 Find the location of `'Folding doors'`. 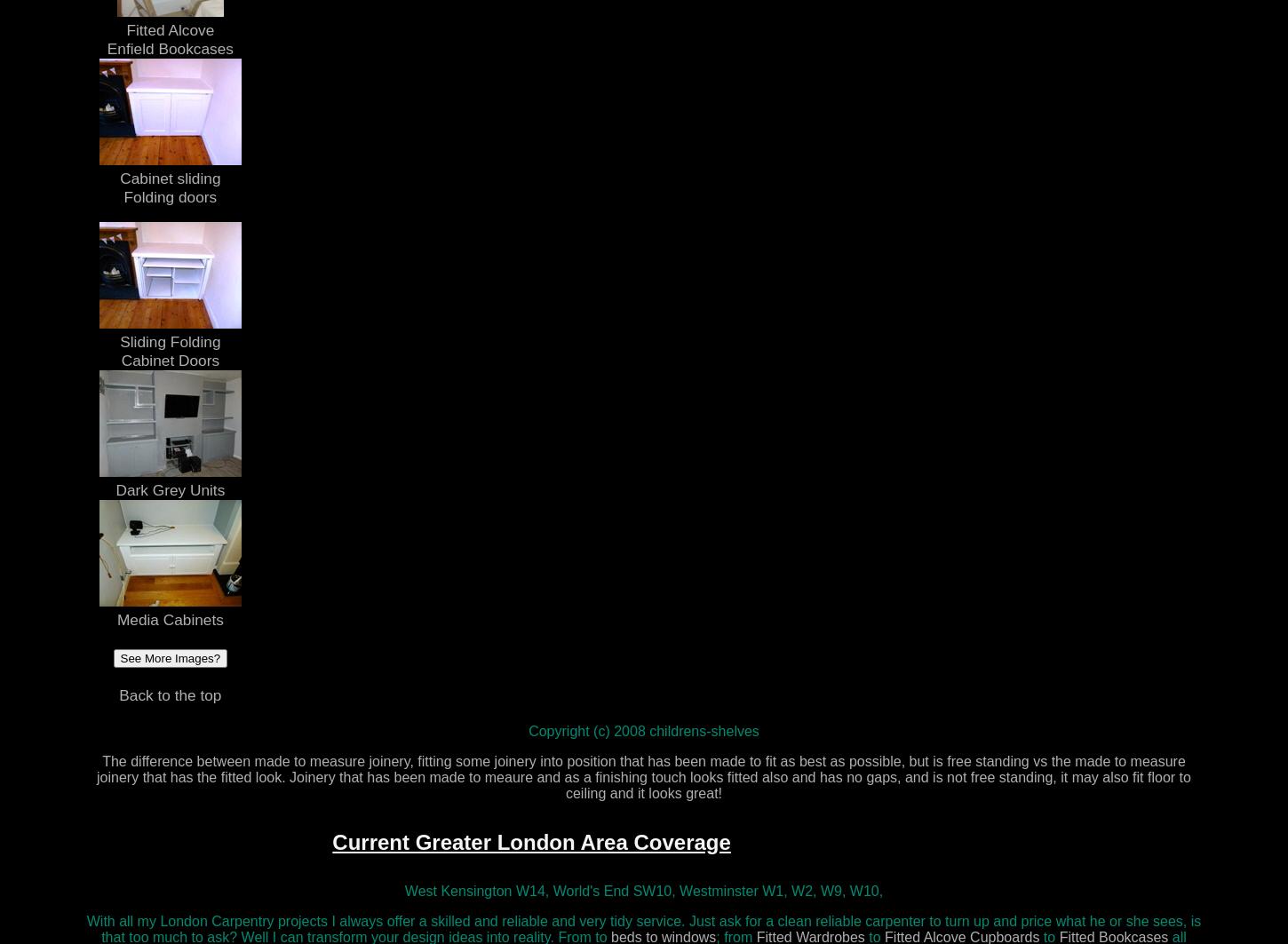

'Folding doors' is located at coordinates (123, 195).